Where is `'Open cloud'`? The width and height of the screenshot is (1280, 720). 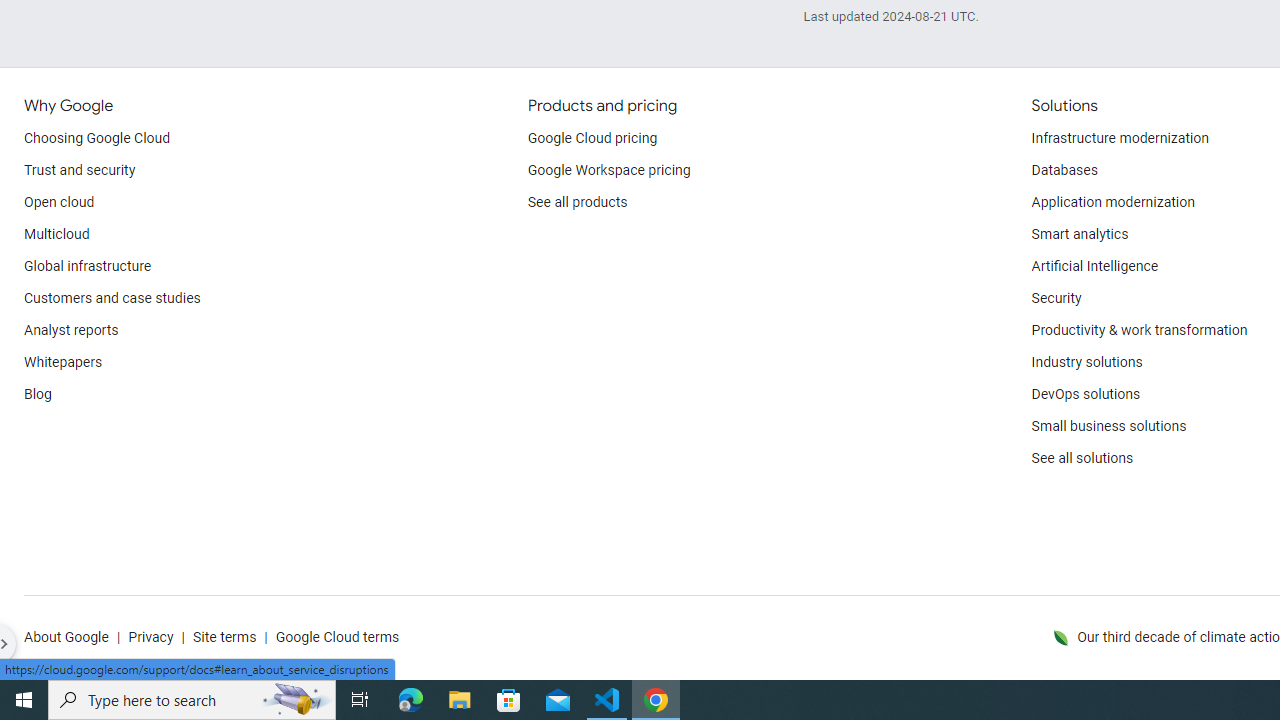 'Open cloud' is located at coordinates (59, 203).